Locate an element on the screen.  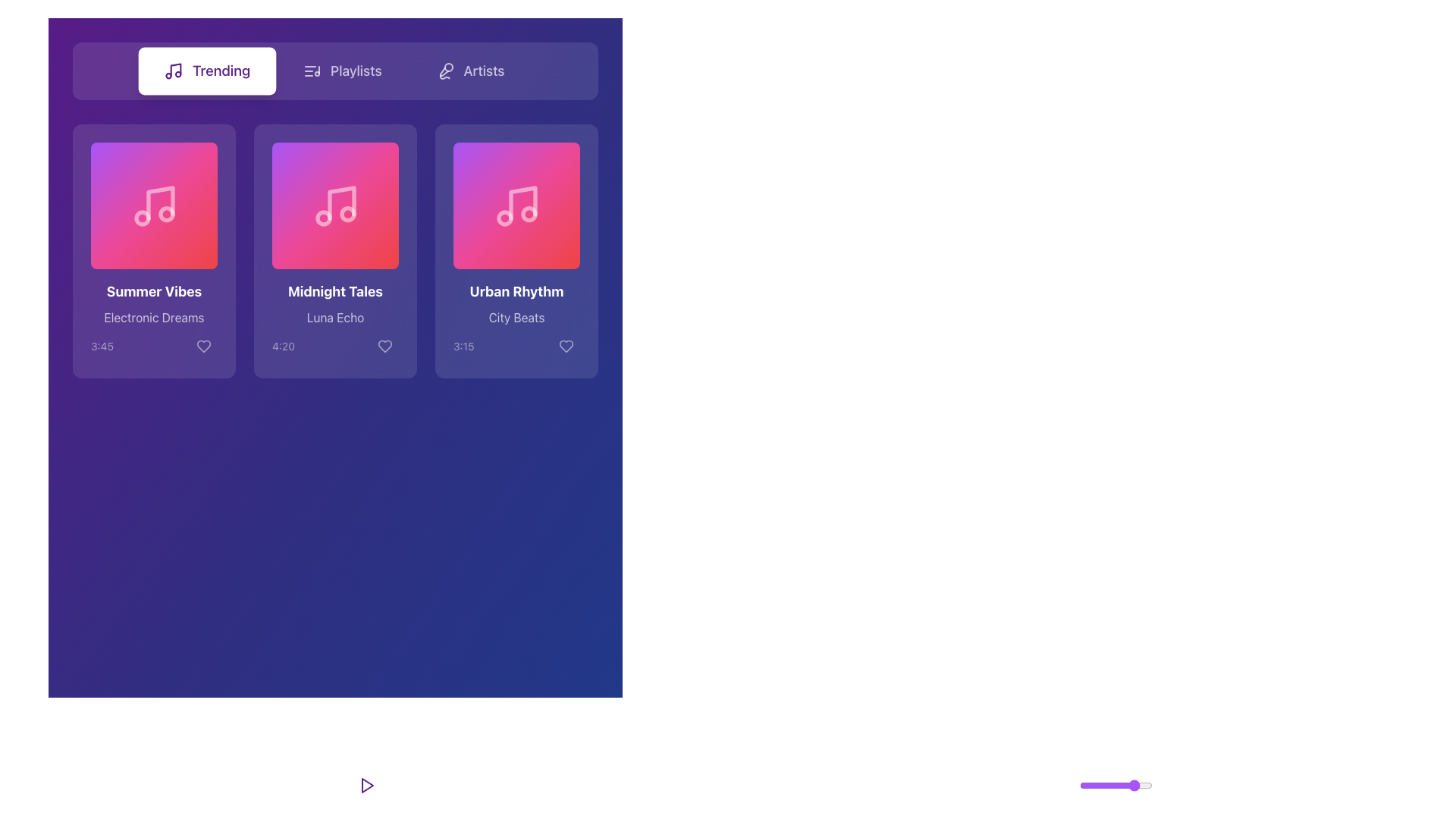
the vertical stem component of the music note icon within the SVG, which is located to the left of the 'Trending' tab is located at coordinates (176, 70).